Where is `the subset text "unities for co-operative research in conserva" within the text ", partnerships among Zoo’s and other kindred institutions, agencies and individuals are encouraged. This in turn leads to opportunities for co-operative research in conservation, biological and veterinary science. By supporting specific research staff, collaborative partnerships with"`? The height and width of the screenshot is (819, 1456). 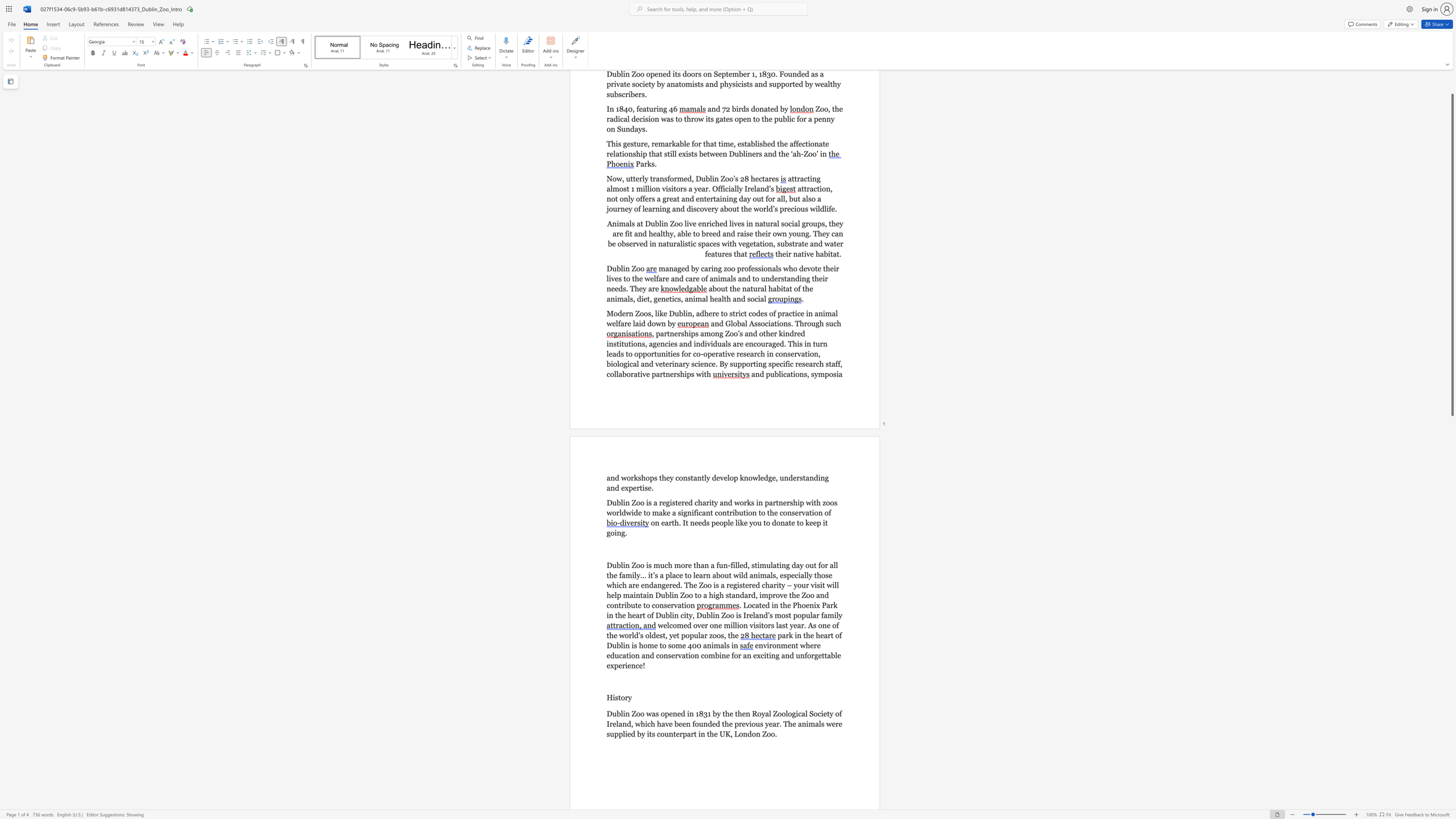 the subset text "unities for co-operative research in conserva" within the text ", partnerships among Zoo’s and other kindred institutions, agencies and individuals are encouraged. This in turn leads to opportunities for co-operative research in conservation, biological and veterinary science. By supporting specific research staff, collaborative partnerships with" is located at coordinates (656, 353).